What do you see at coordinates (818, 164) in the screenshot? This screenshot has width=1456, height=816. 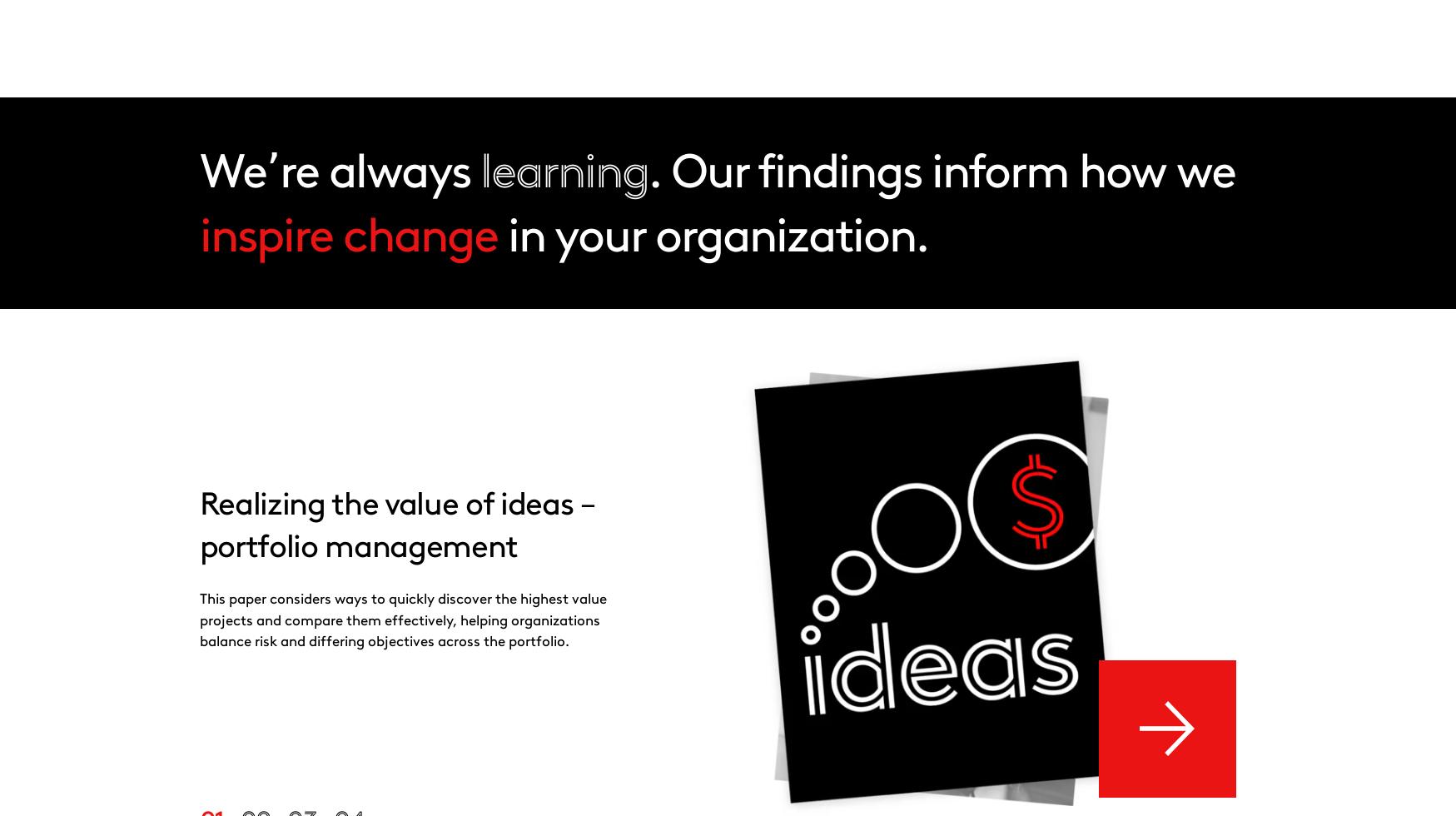 I see `'Press Releases'` at bounding box center [818, 164].